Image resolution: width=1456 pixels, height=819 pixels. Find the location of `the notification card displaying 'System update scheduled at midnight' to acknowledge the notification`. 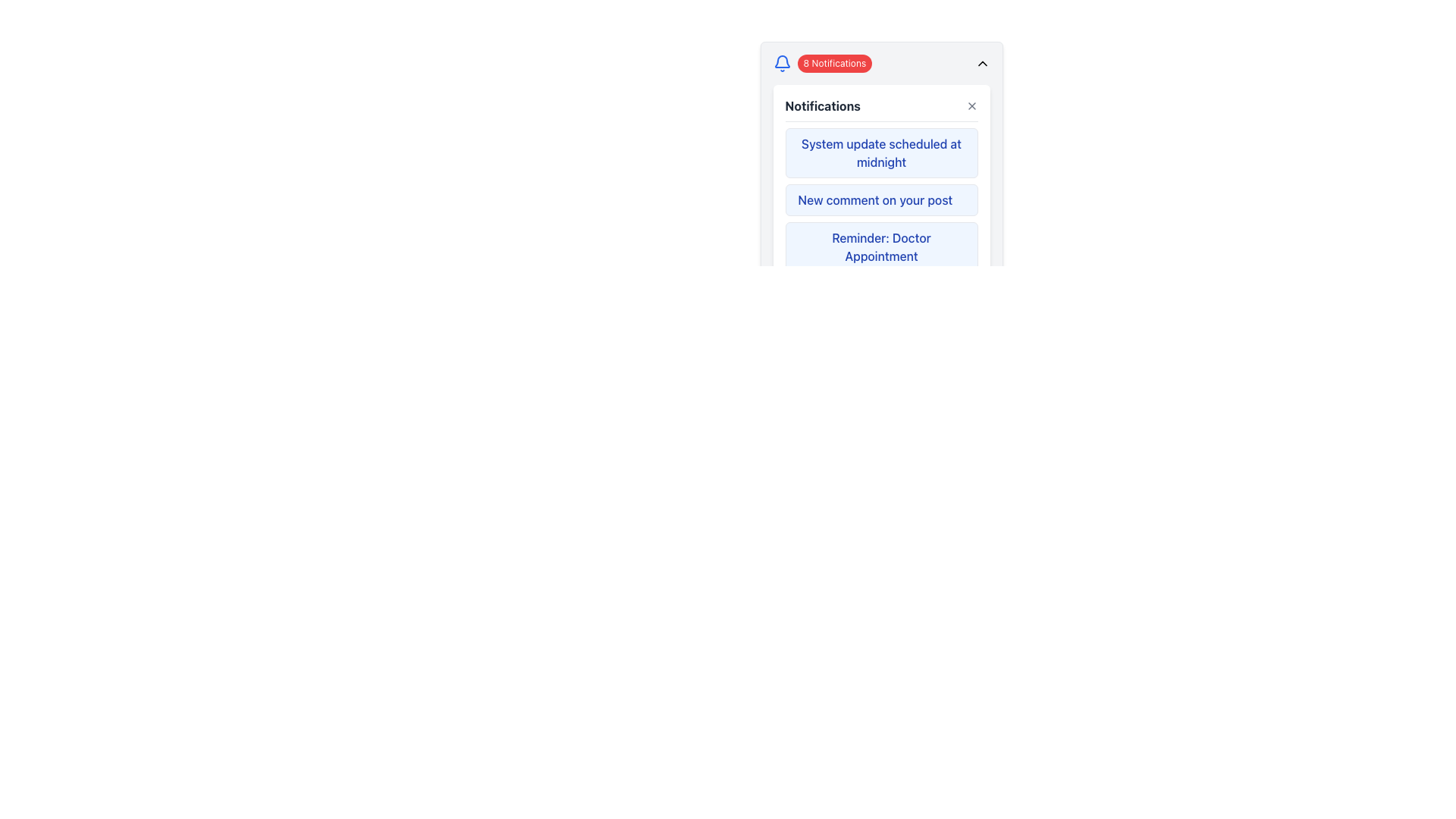

the notification card displaying 'System update scheduled at midnight' to acknowledge the notification is located at coordinates (881, 169).